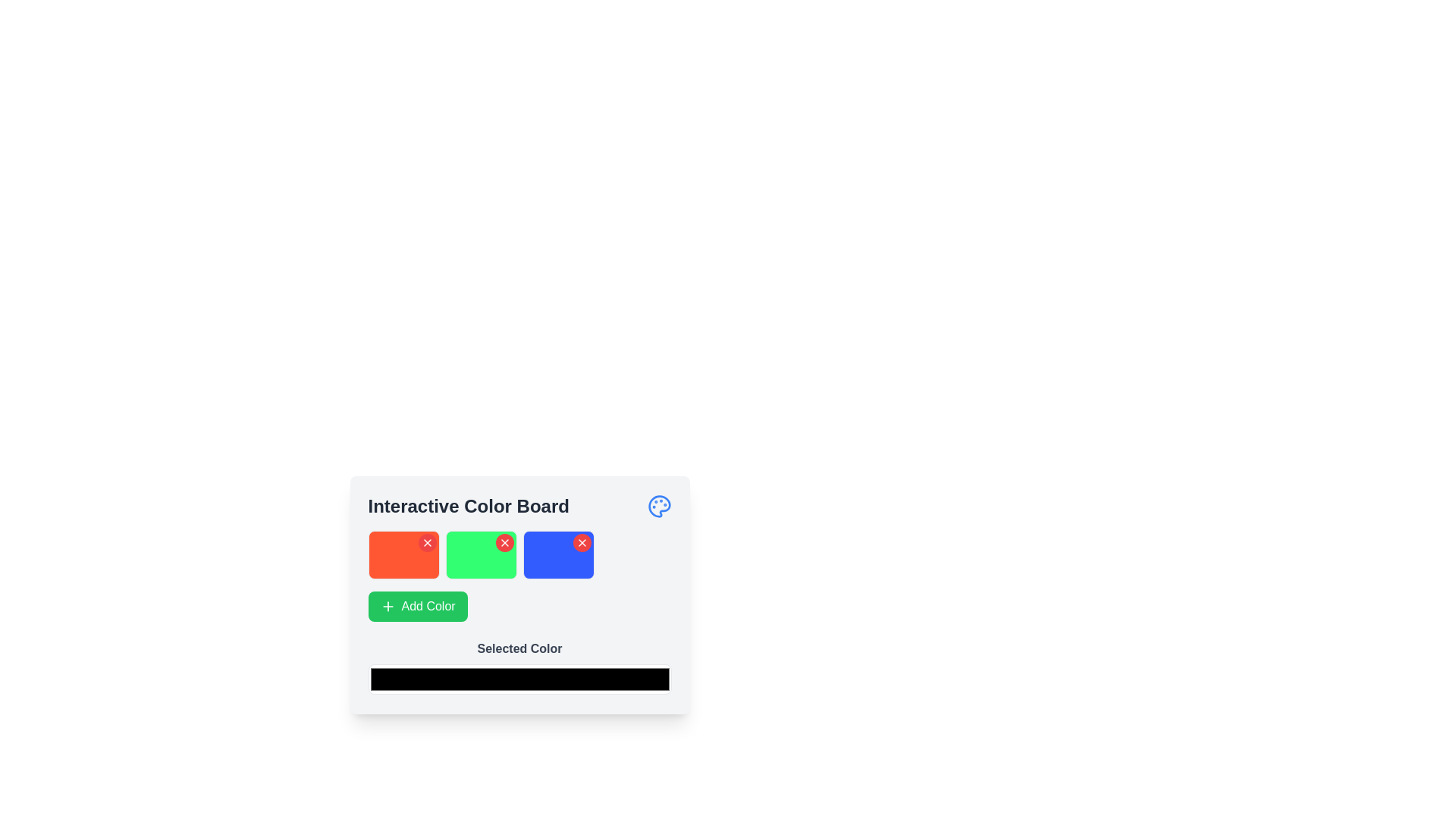  I want to click on the delete button located at the top-right corner of the green color card, so click(504, 542).